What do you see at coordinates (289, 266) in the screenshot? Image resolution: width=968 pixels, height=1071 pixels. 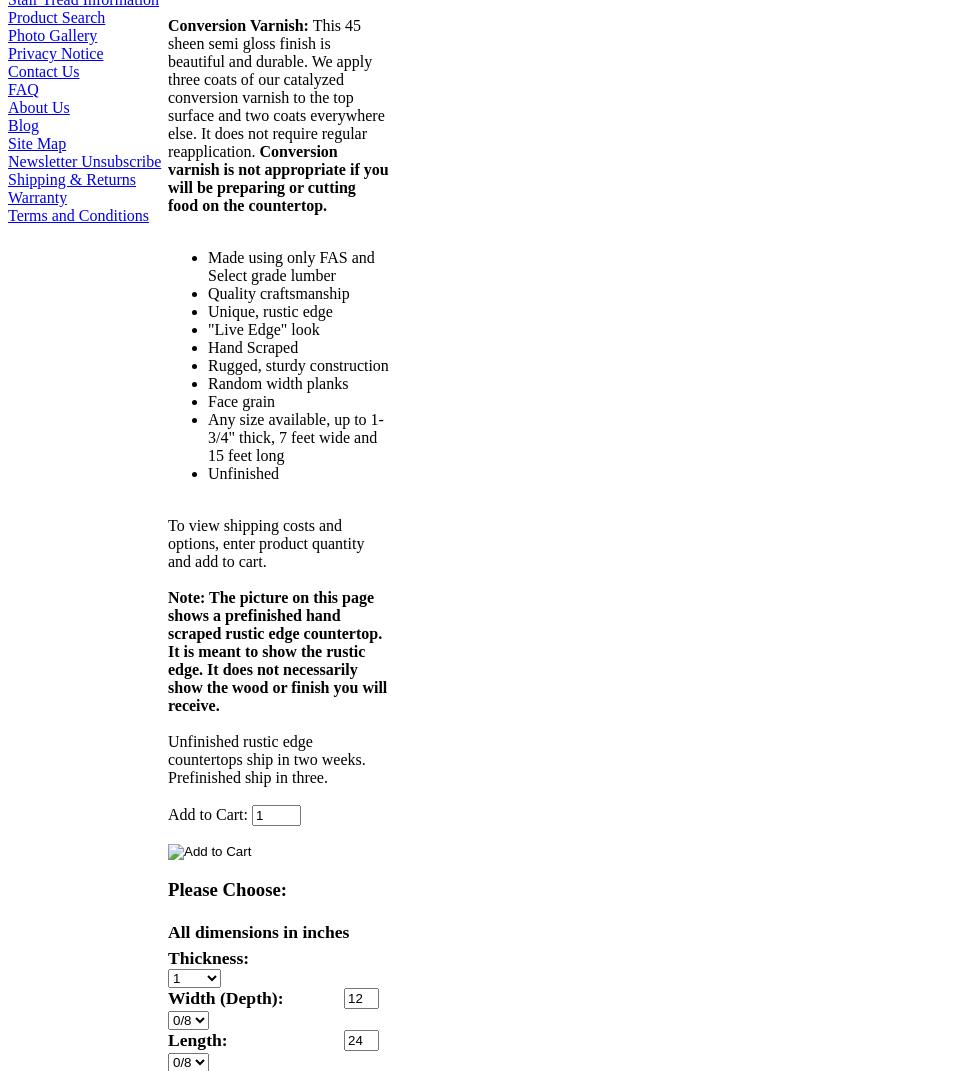 I see `'Made using only FAS and Select grade lumber'` at bounding box center [289, 266].